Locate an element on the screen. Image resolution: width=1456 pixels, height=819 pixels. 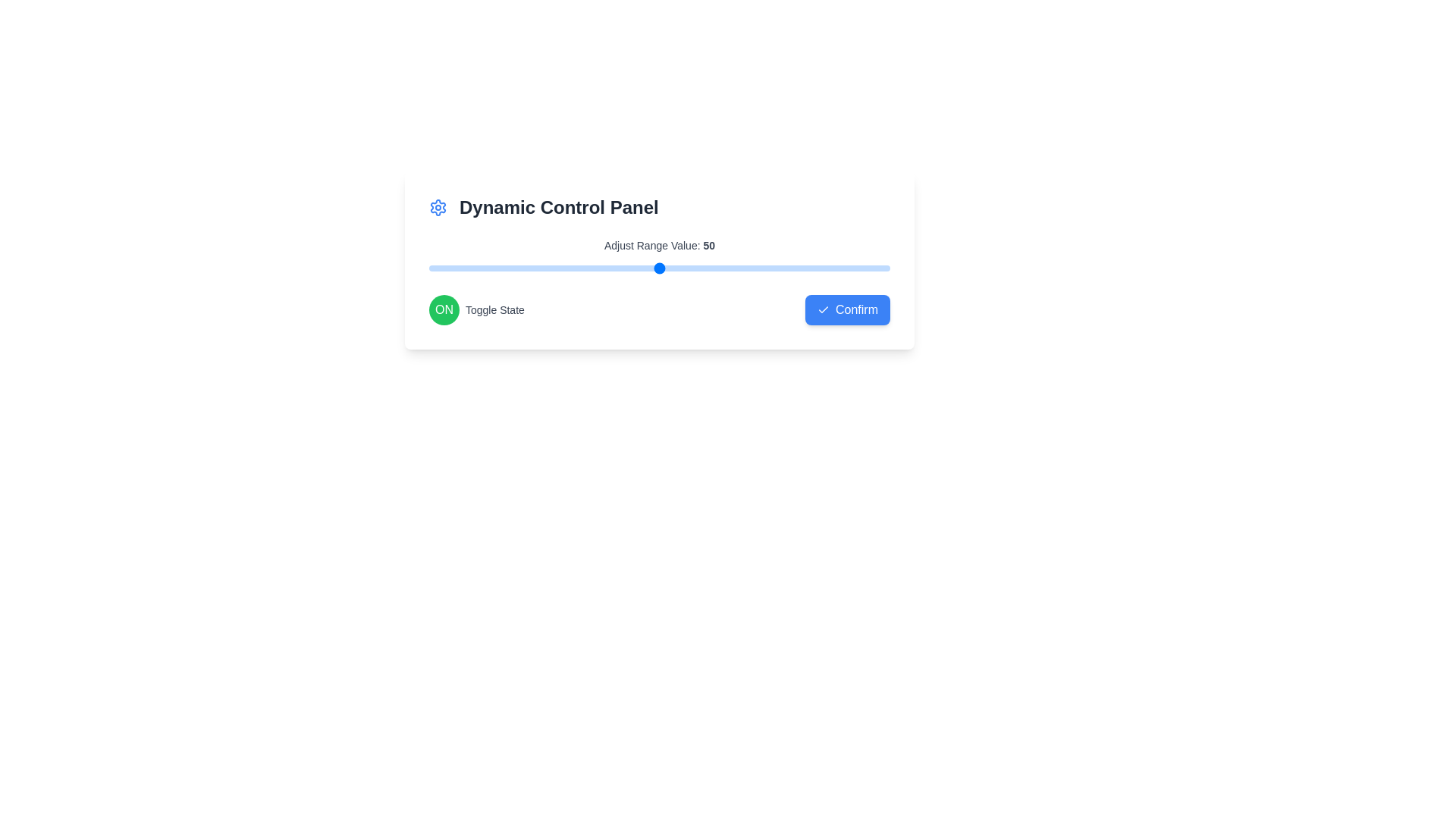
the range value is located at coordinates (853, 268).